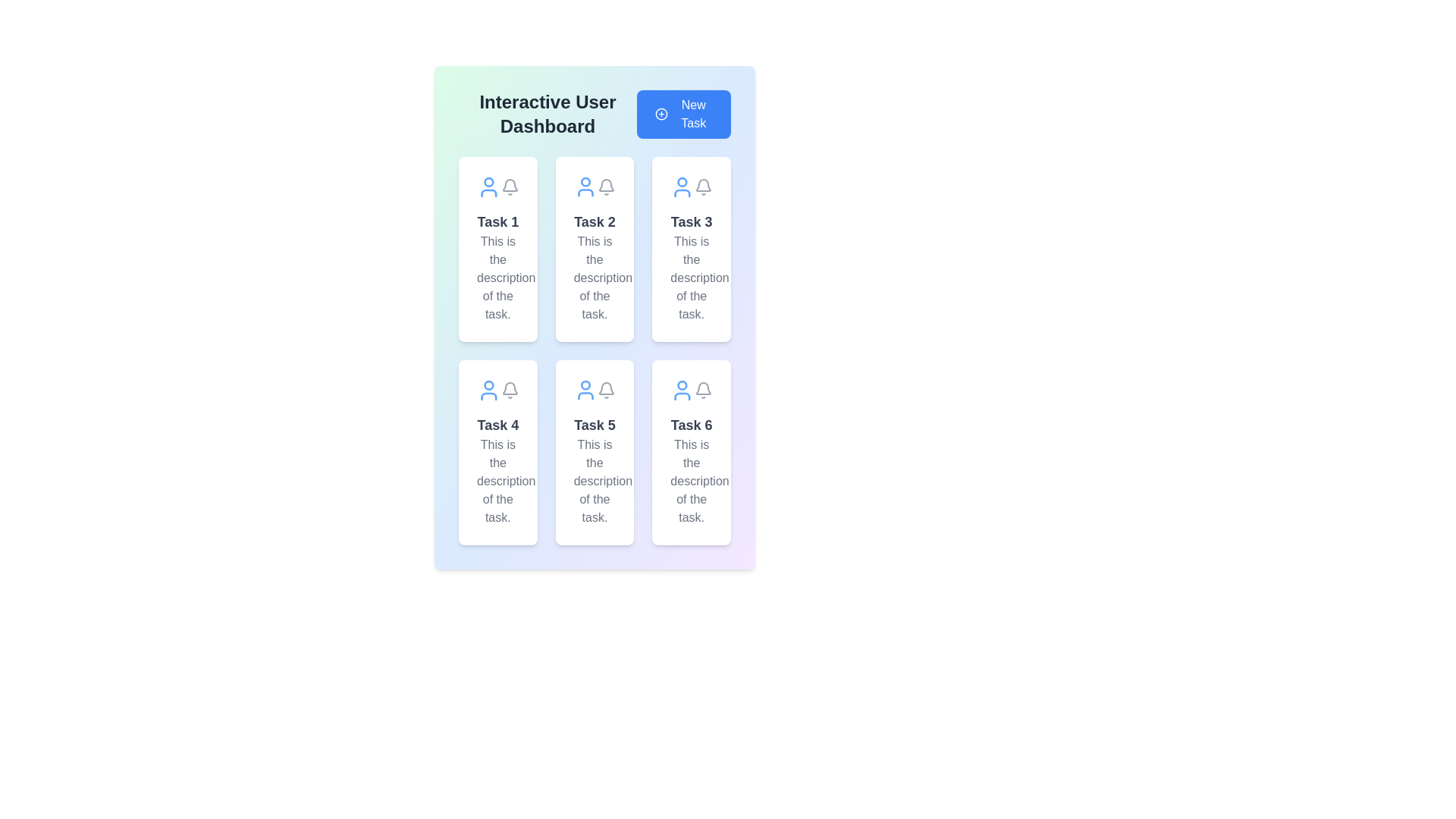  What do you see at coordinates (594, 482) in the screenshot?
I see `text block containing the description 'This is the description of the task.' located in the card labeled 'Task 5', positioned in the middle column of the grid layout in the second row` at bounding box center [594, 482].